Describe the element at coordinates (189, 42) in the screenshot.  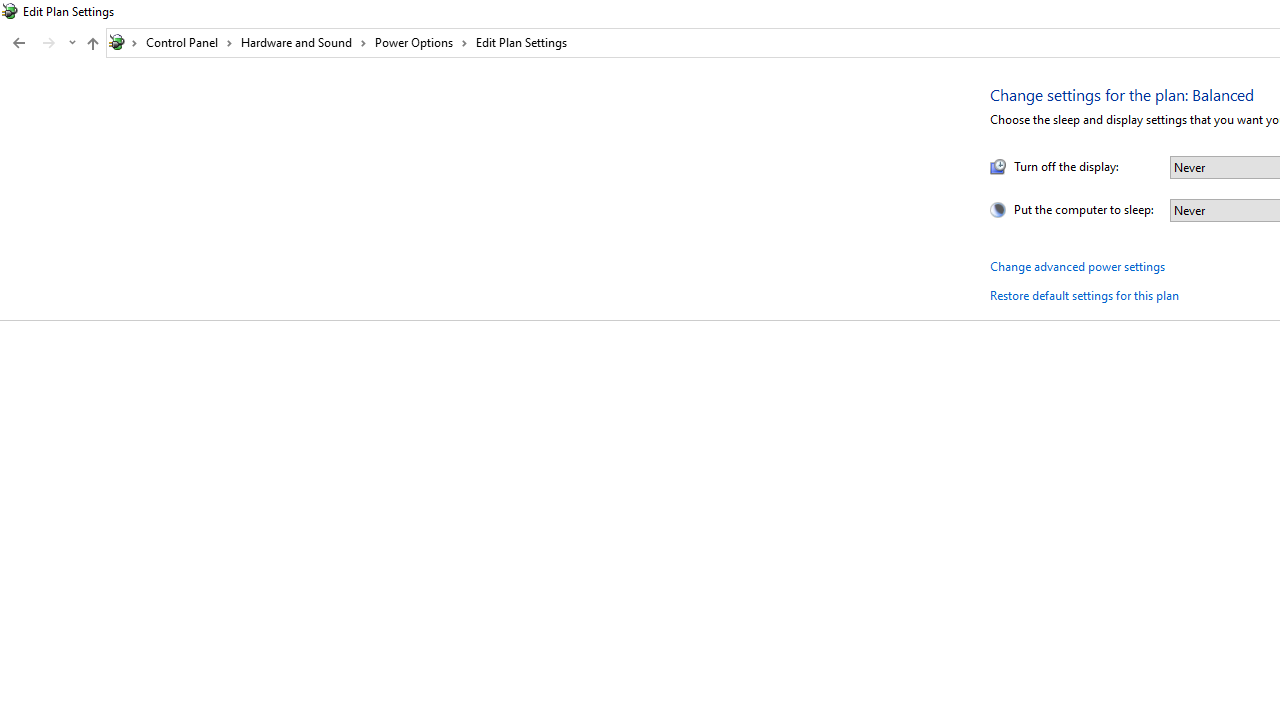
I see `'Control Panel'` at that location.